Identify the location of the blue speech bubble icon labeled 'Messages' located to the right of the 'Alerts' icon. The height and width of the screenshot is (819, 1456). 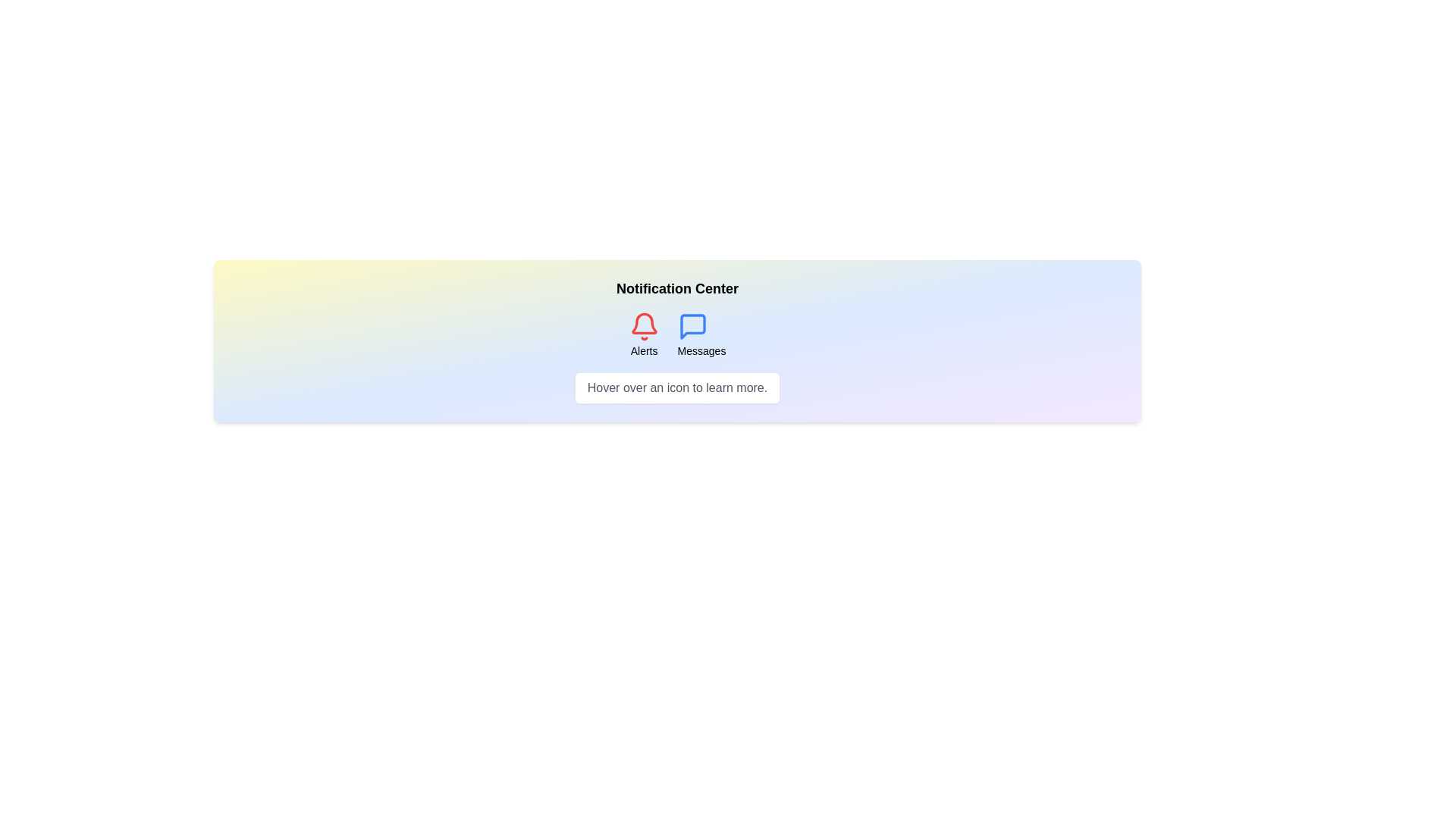
(692, 326).